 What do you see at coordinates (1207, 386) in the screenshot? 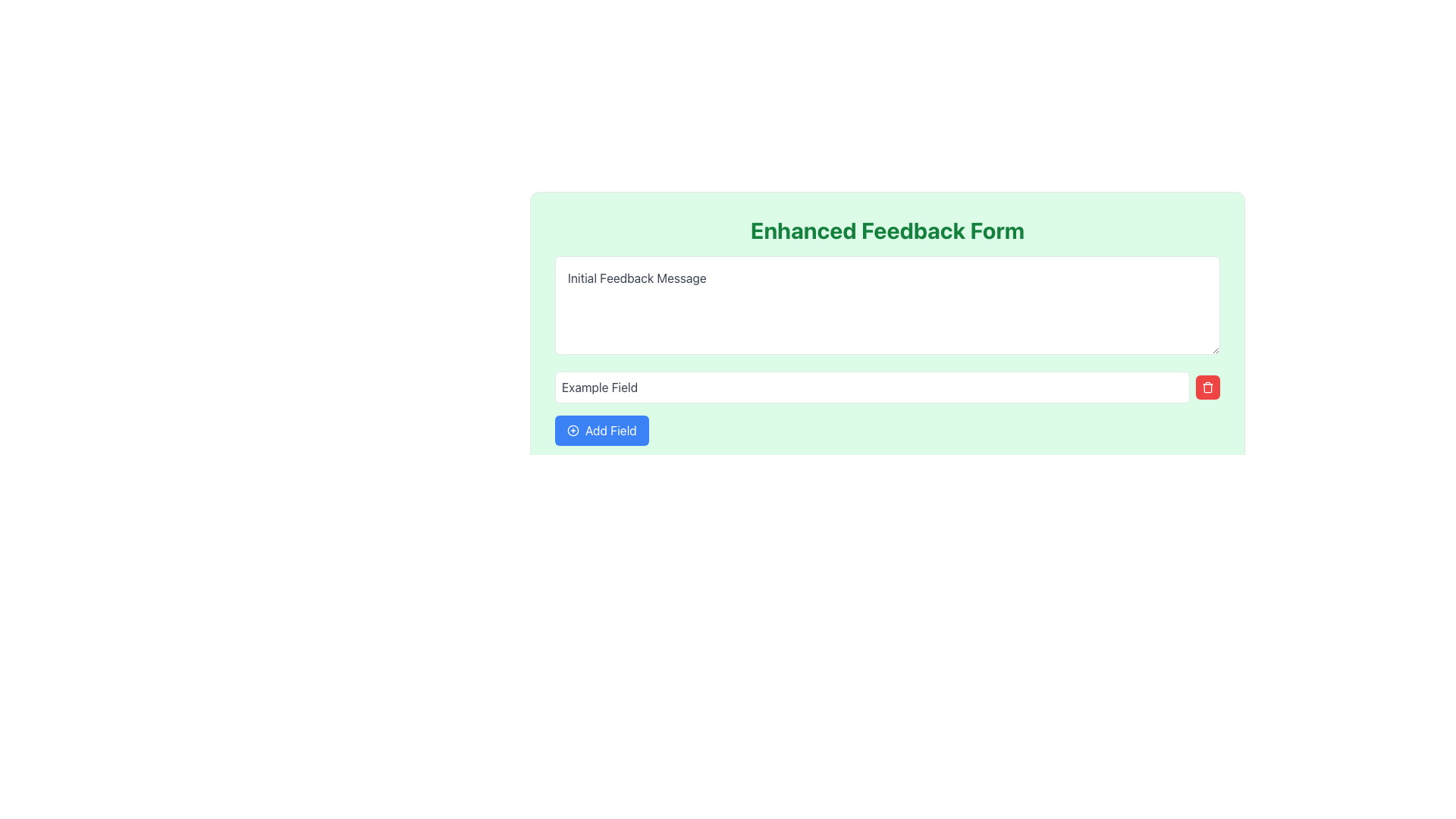
I see `the delete icon within the red button that allows for the removal of the adjacent 'Example Field' input in the form layout` at bounding box center [1207, 386].